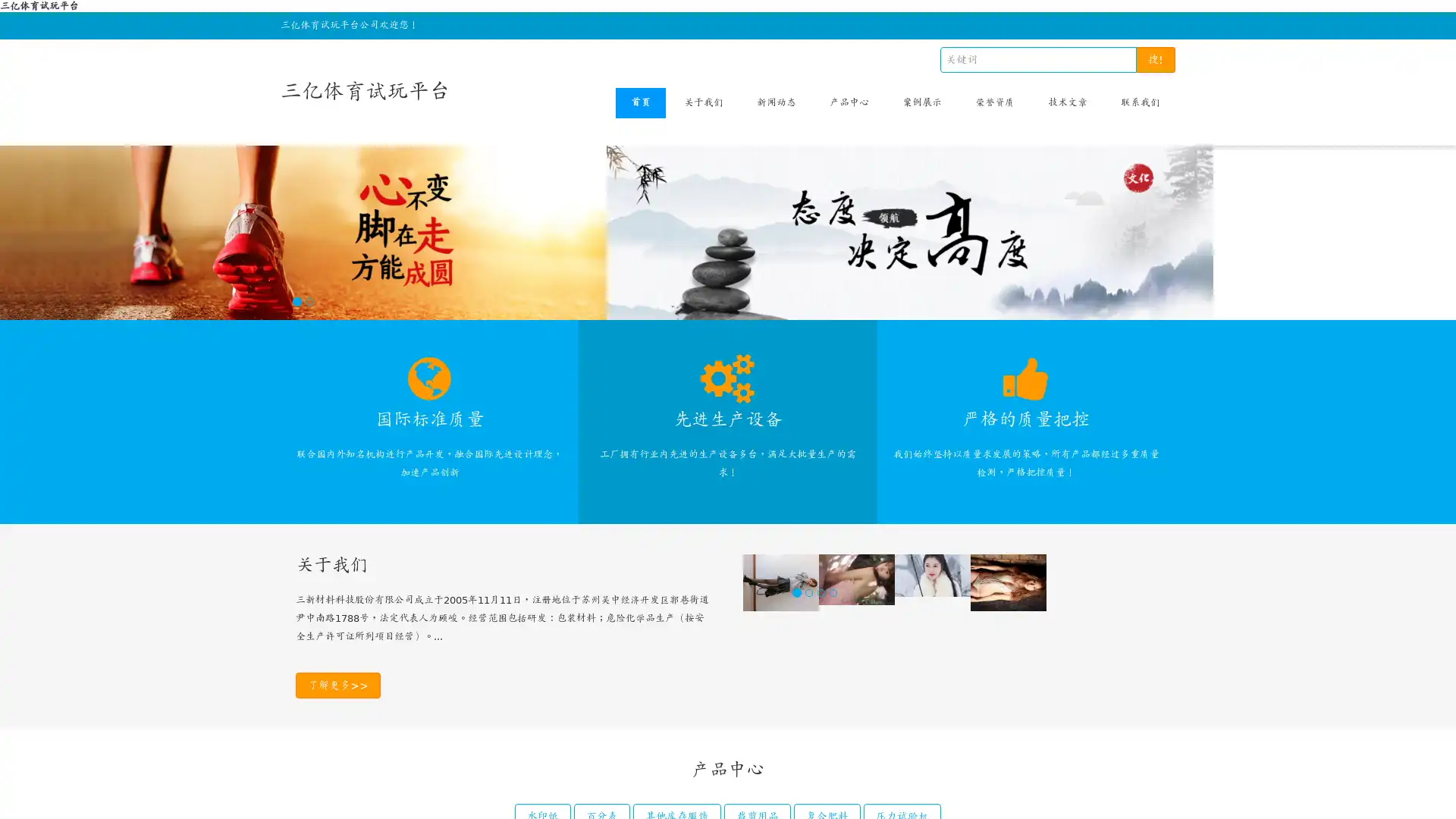 Image resolution: width=1456 pixels, height=819 pixels. I want to click on !, so click(1155, 58).